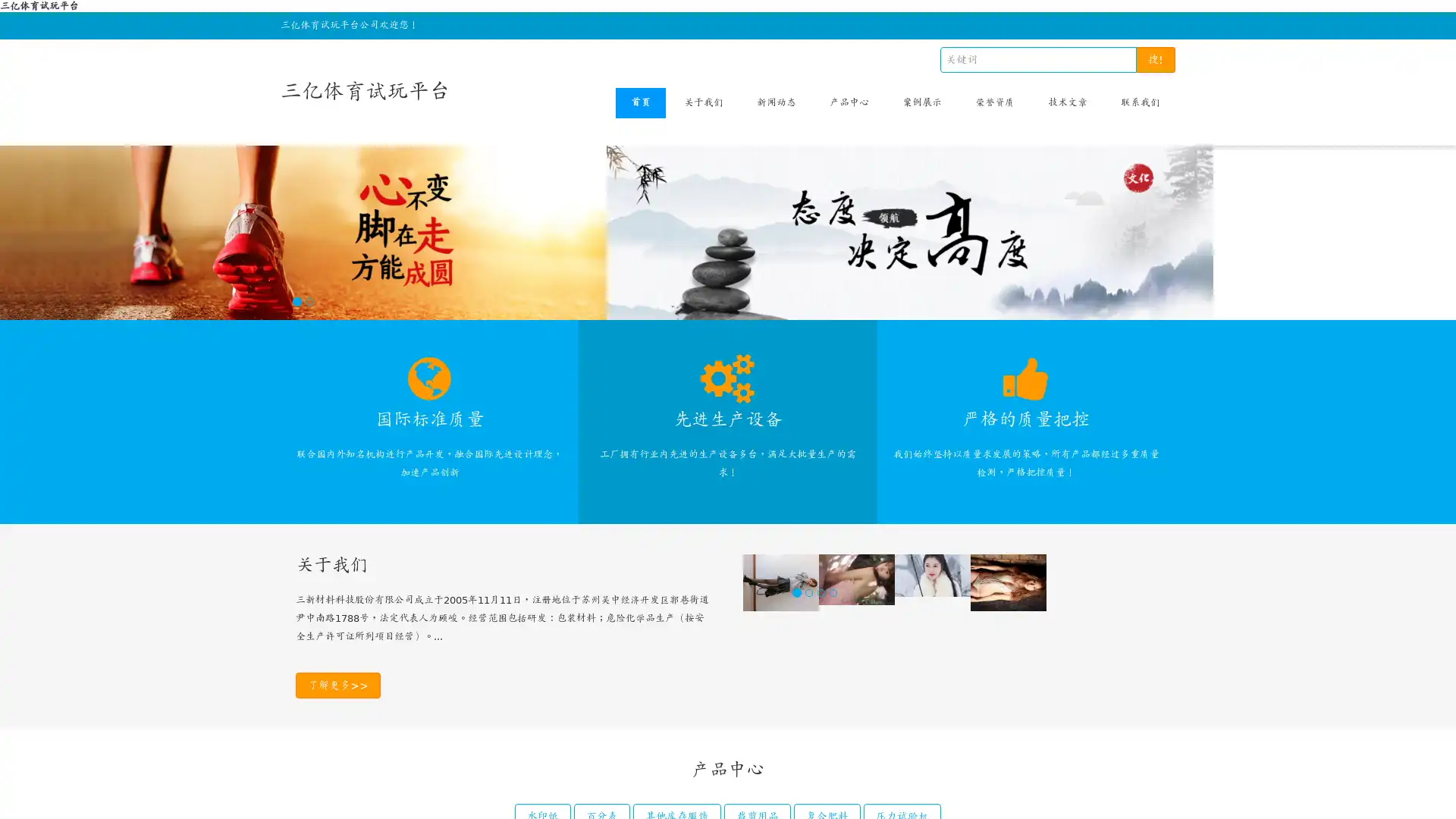 Image resolution: width=1456 pixels, height=819 pixels. I want to click on !, so click(1155, 58).